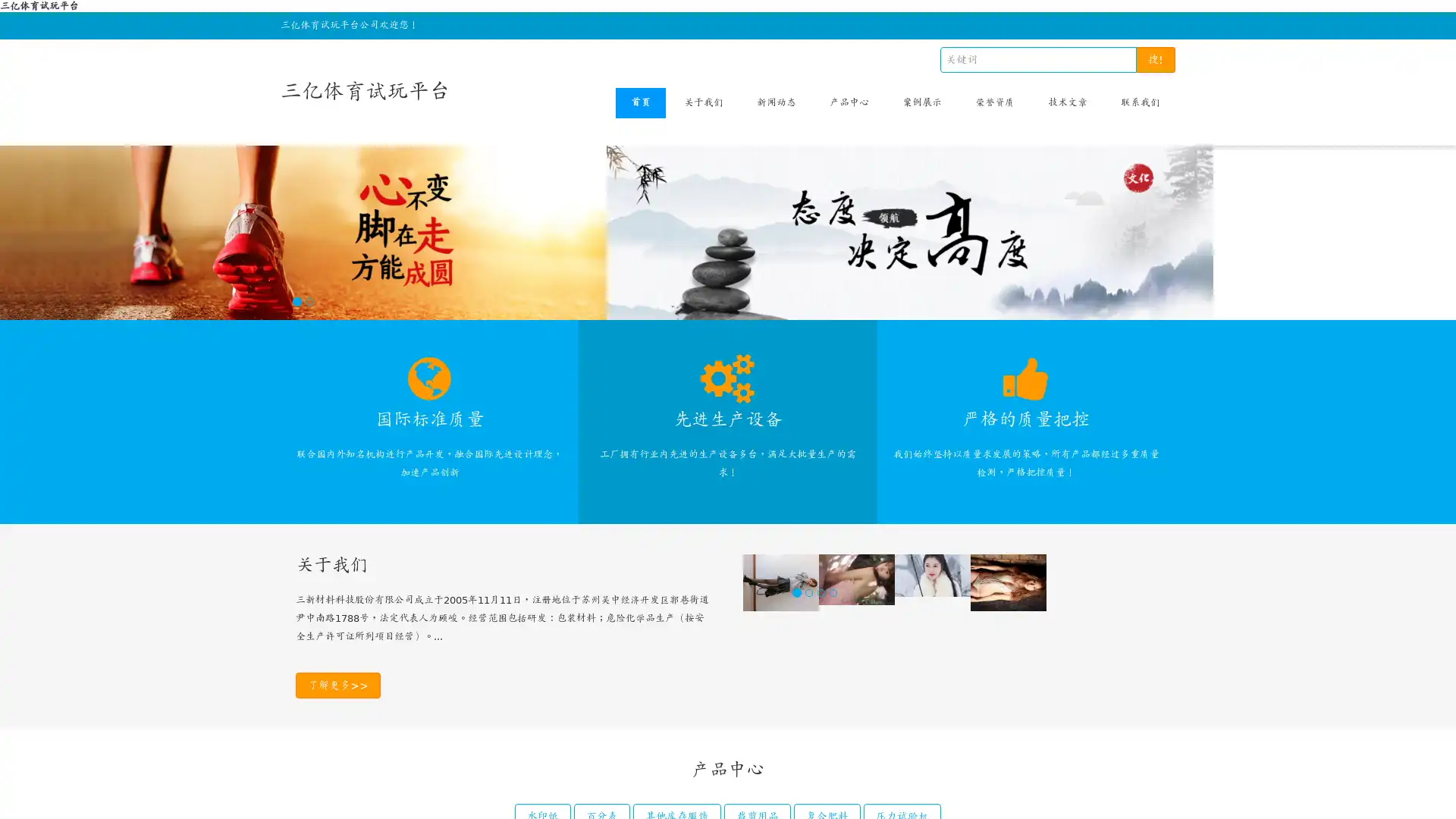 Image resolution: width=1456 pixels, height=819 pixels. I want to click on !, so click(1155, 58).